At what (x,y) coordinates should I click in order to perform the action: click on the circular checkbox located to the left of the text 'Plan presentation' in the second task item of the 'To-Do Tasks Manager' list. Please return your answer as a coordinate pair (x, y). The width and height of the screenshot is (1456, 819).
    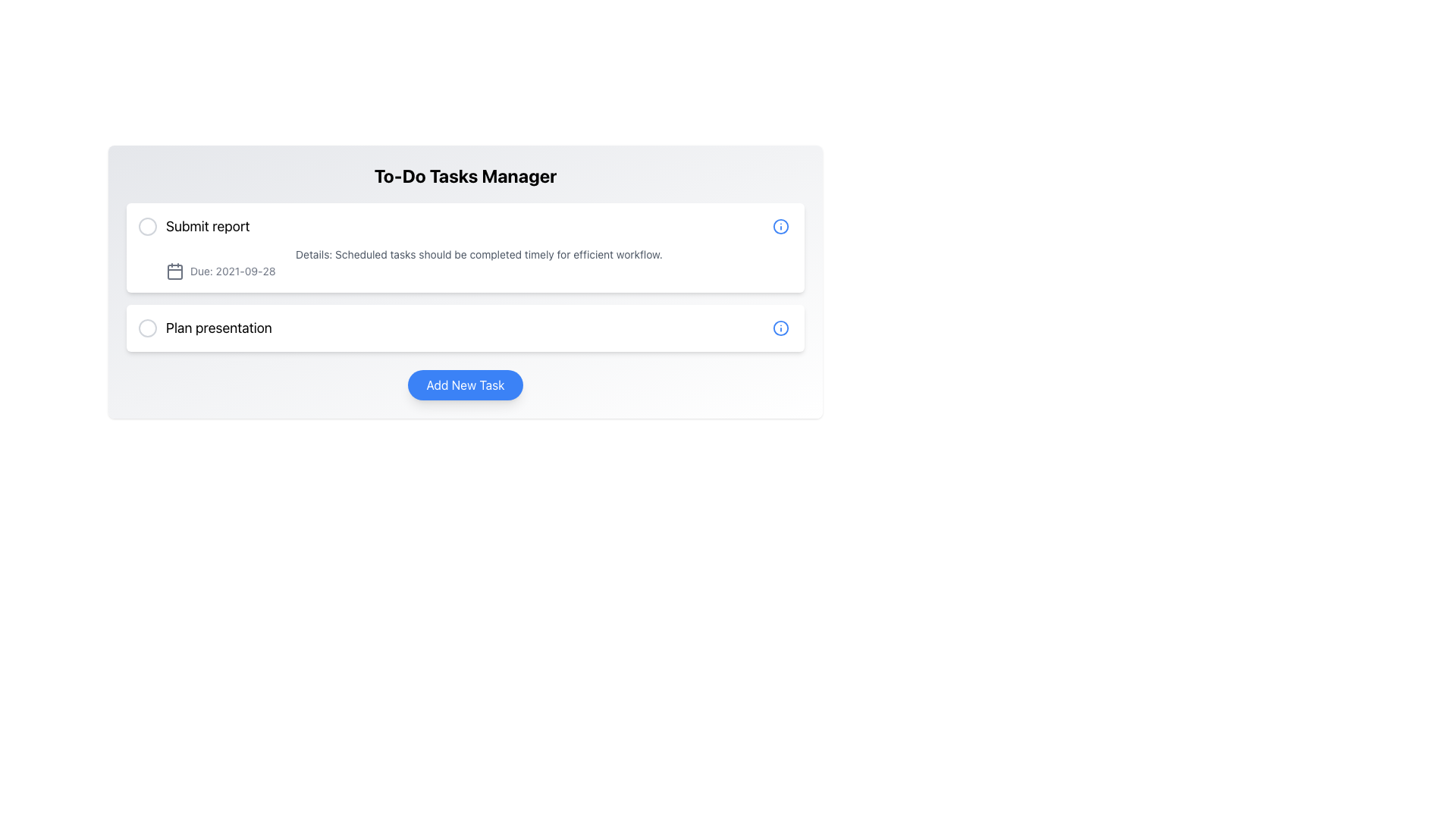
    Looking at the image, I should click on (148, 327).